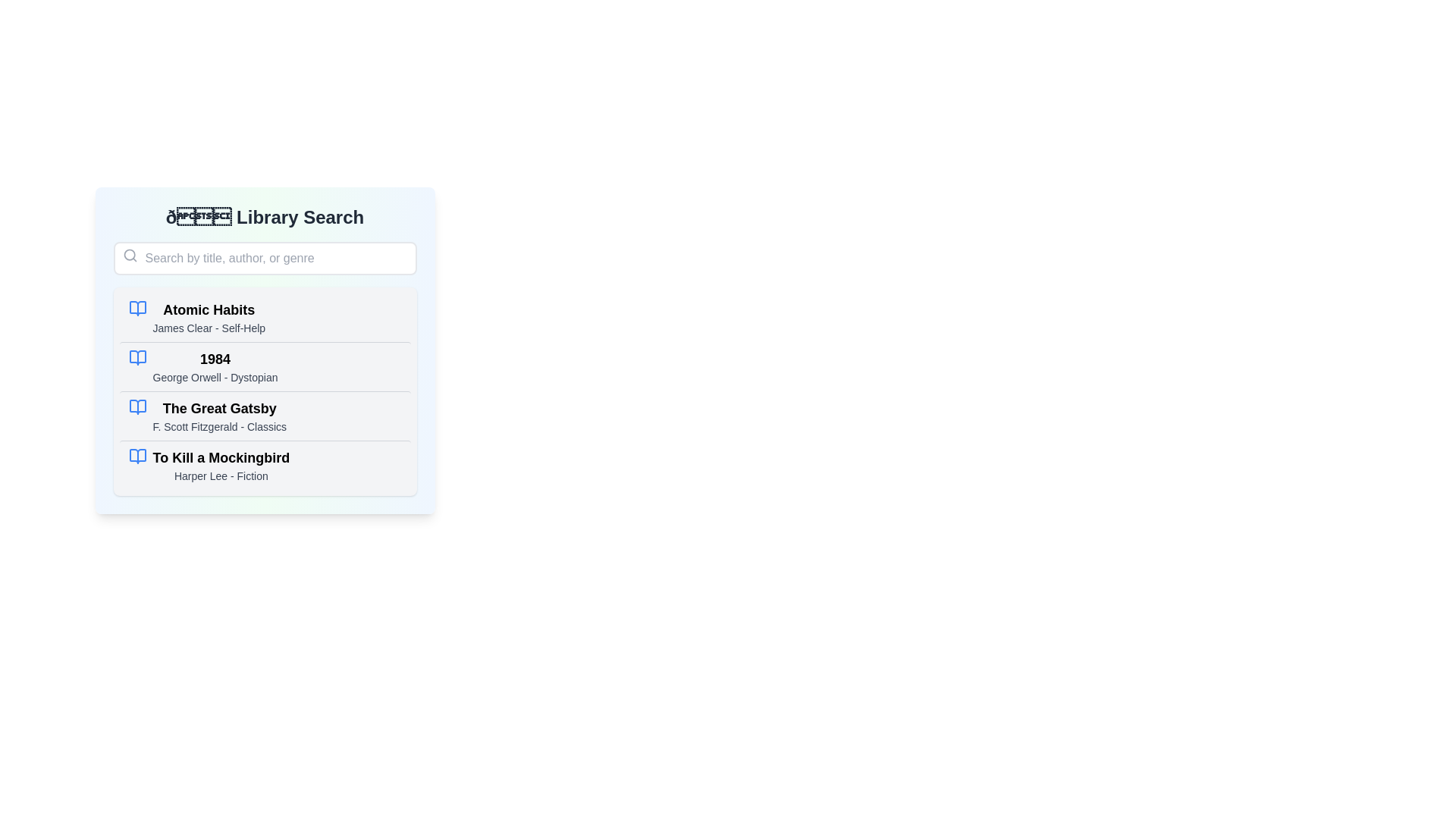 The width and height of the screenshot is (1456, 819). Describe the element at coordinates (208, 317) in the screenshot. I see `the first item in the list of books displaying 'Atomic Habits' by James Clear` at that location.